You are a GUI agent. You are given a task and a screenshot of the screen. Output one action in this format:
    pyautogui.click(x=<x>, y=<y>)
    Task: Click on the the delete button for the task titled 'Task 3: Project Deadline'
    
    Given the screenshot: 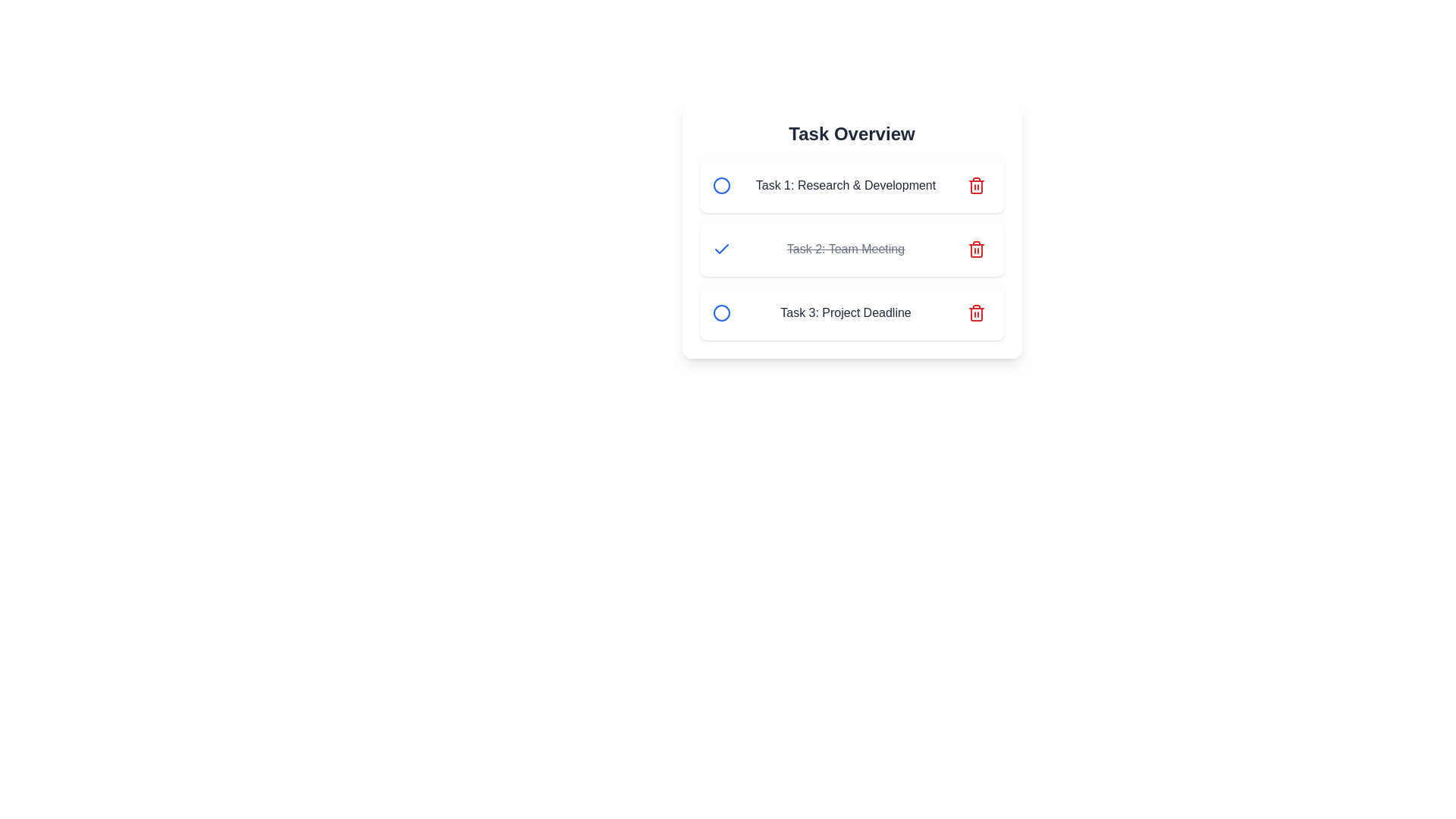 What is the action you would take?
    pyautogui.click(x=976, y=312)
    